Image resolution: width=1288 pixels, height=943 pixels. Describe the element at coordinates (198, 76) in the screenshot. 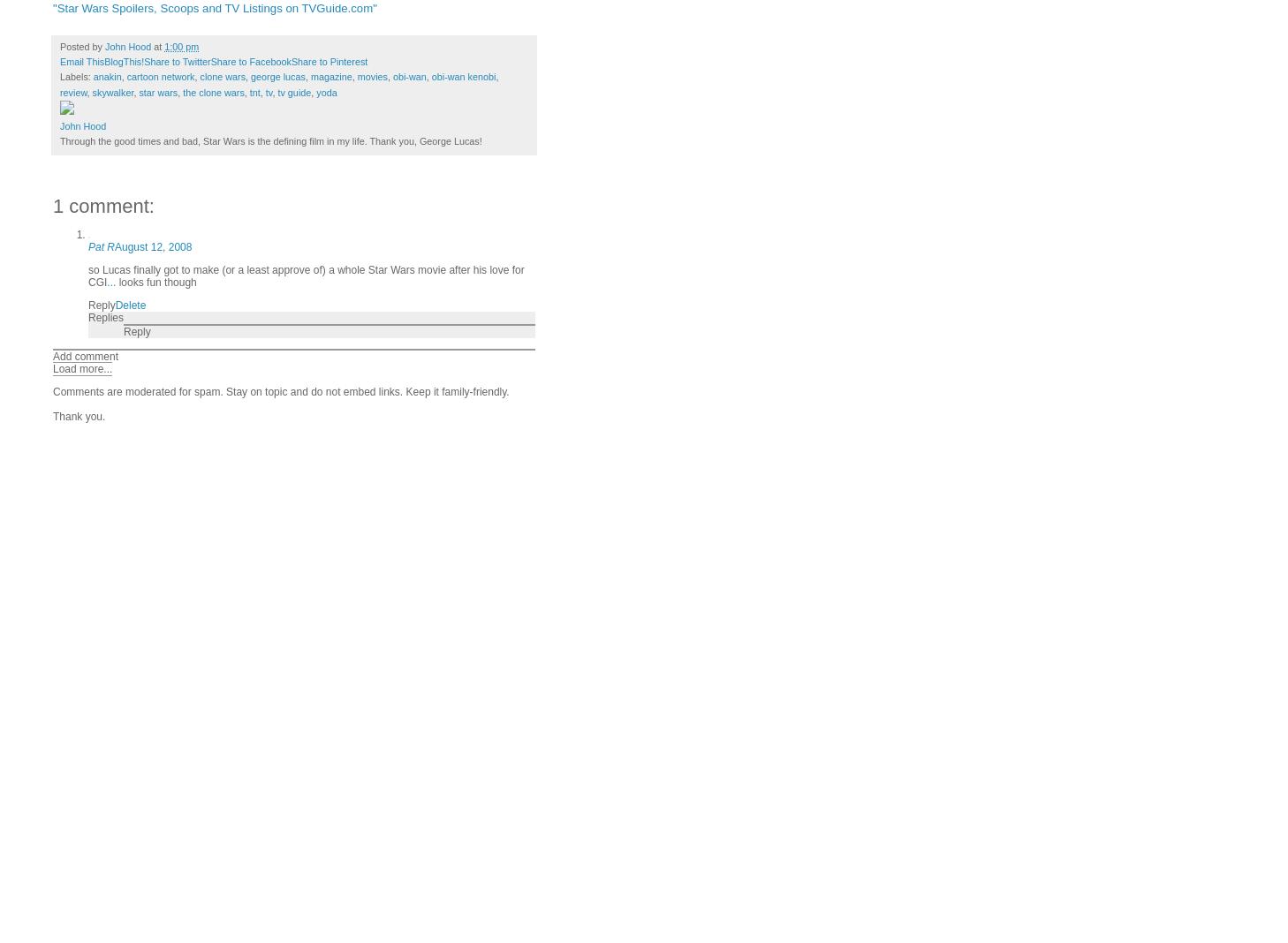

I see `'clone wars'` at that location.